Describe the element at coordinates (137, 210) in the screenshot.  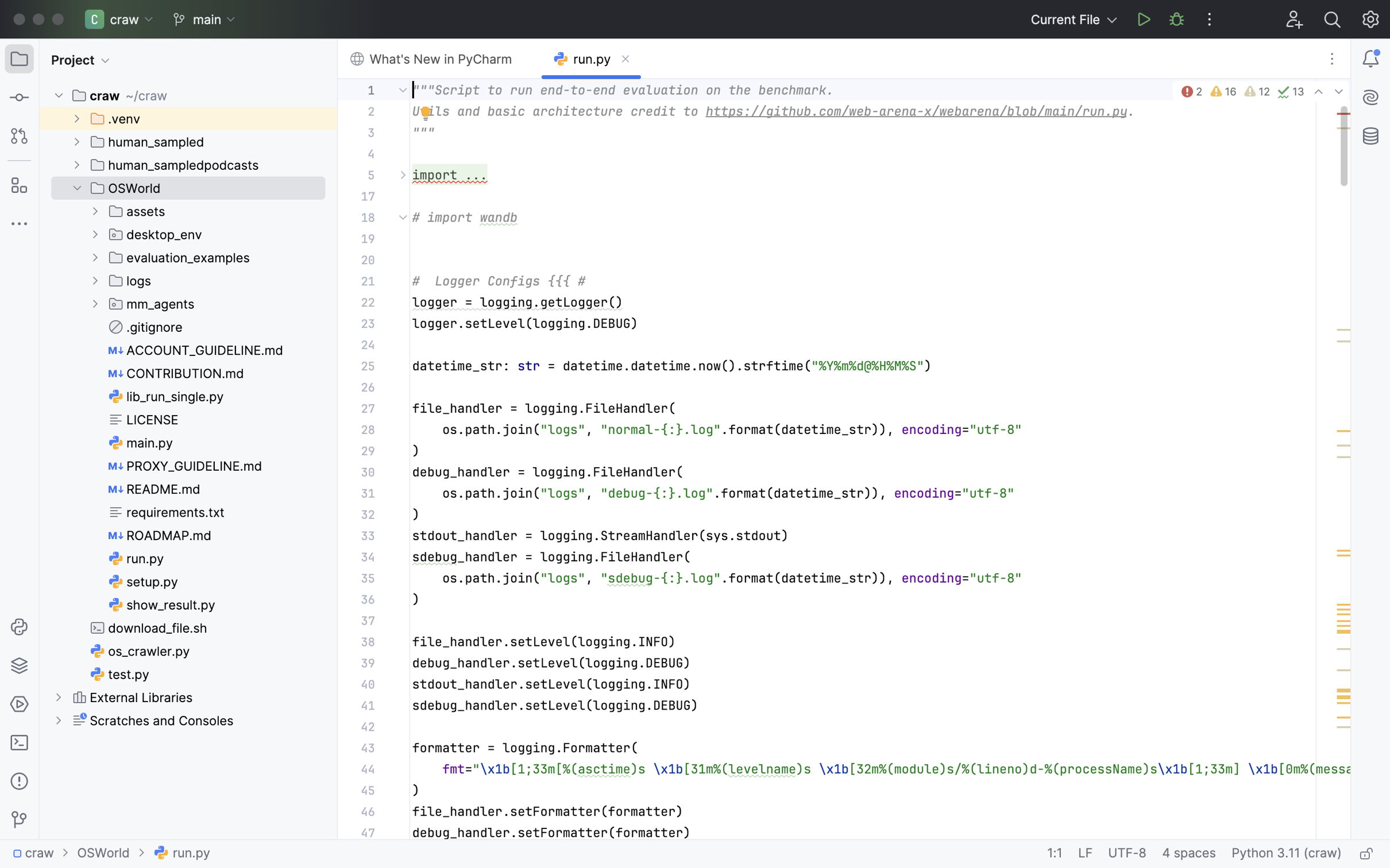
I see `'assets'` at that location.